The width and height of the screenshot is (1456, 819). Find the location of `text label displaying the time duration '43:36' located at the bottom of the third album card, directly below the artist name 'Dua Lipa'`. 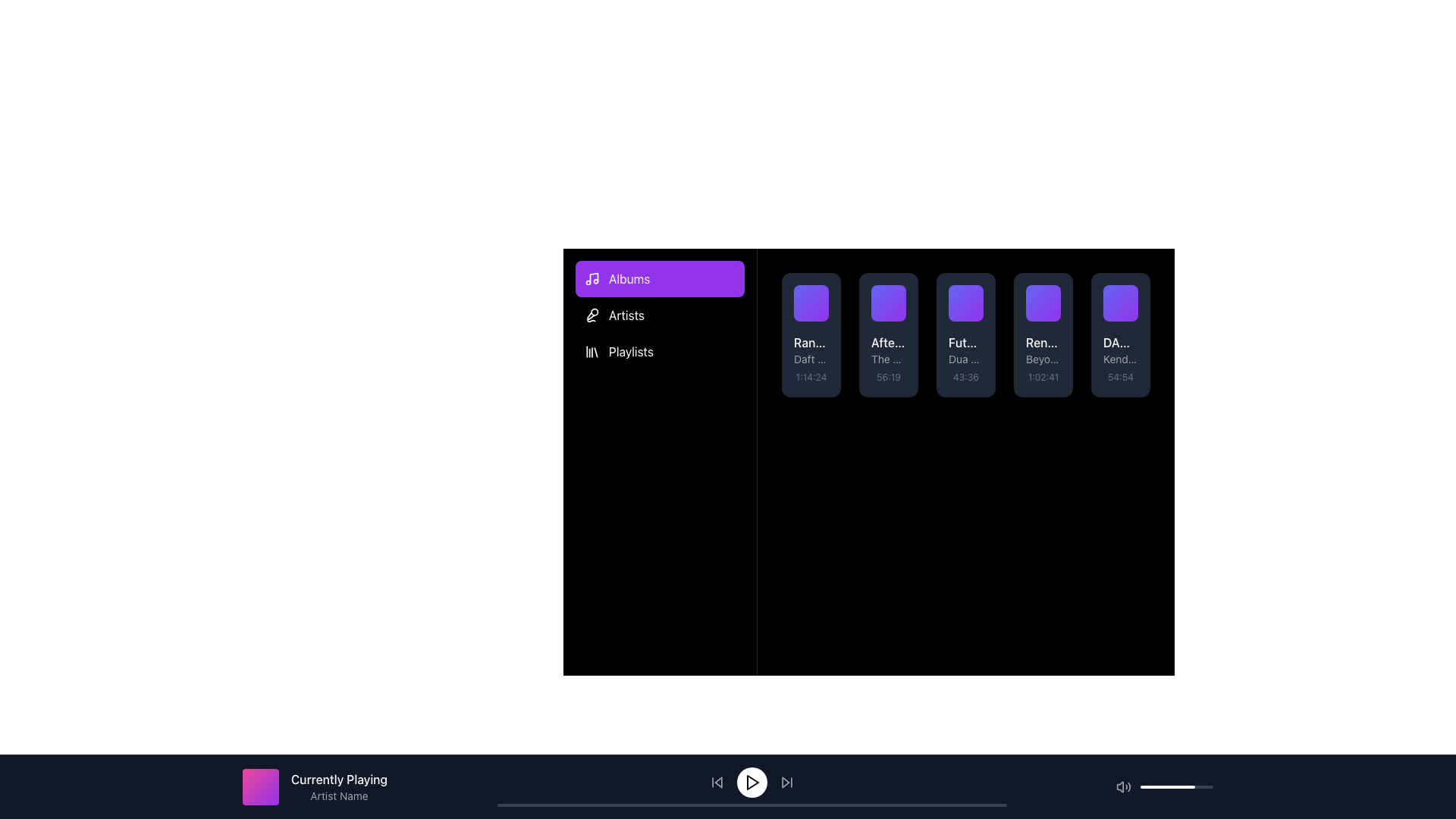

text label displaying the time duration '43:36' located at the bottom of the third album card, directly below the artist name 'Dua Lipa' is located at coordinates (965, 376).